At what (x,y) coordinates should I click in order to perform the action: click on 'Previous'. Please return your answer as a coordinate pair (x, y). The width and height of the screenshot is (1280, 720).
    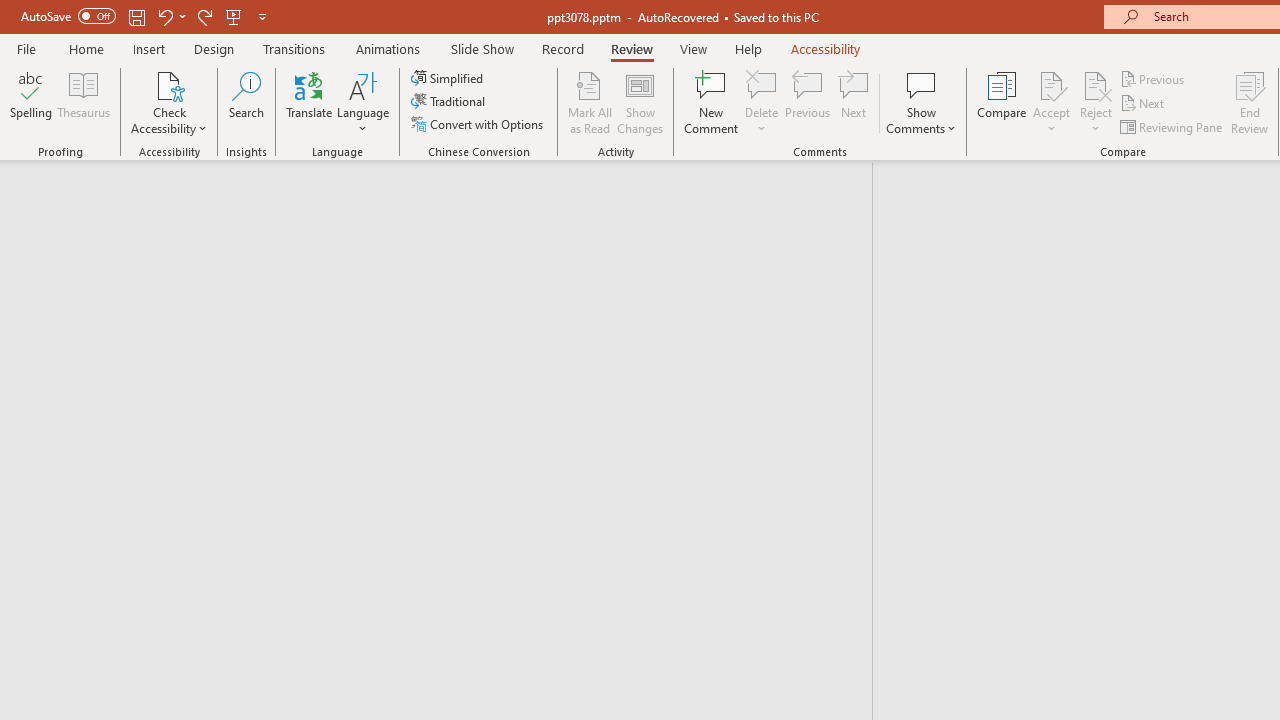
    Looking at the image, I should click on (1153, 78).